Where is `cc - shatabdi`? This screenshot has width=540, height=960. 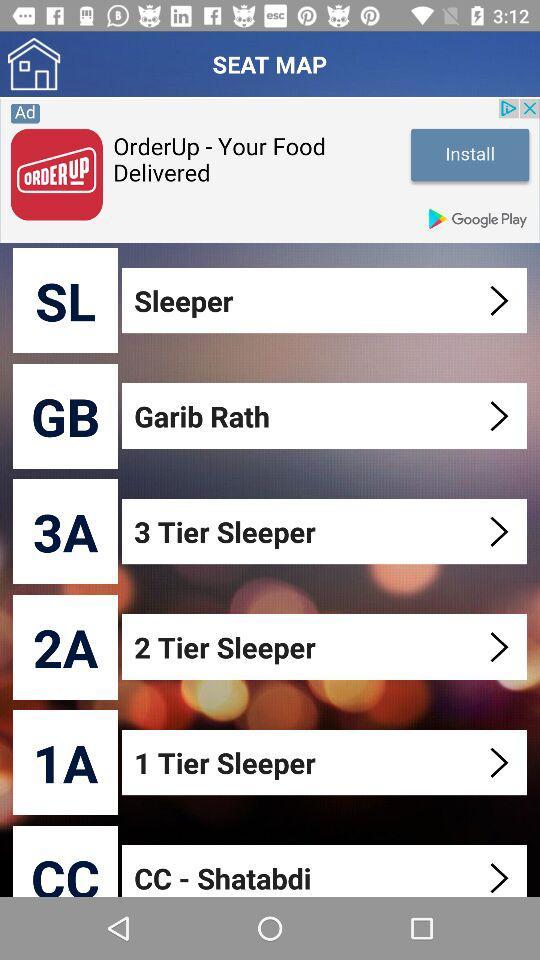
cc - shatabdi is located at coordinates (326, 870).